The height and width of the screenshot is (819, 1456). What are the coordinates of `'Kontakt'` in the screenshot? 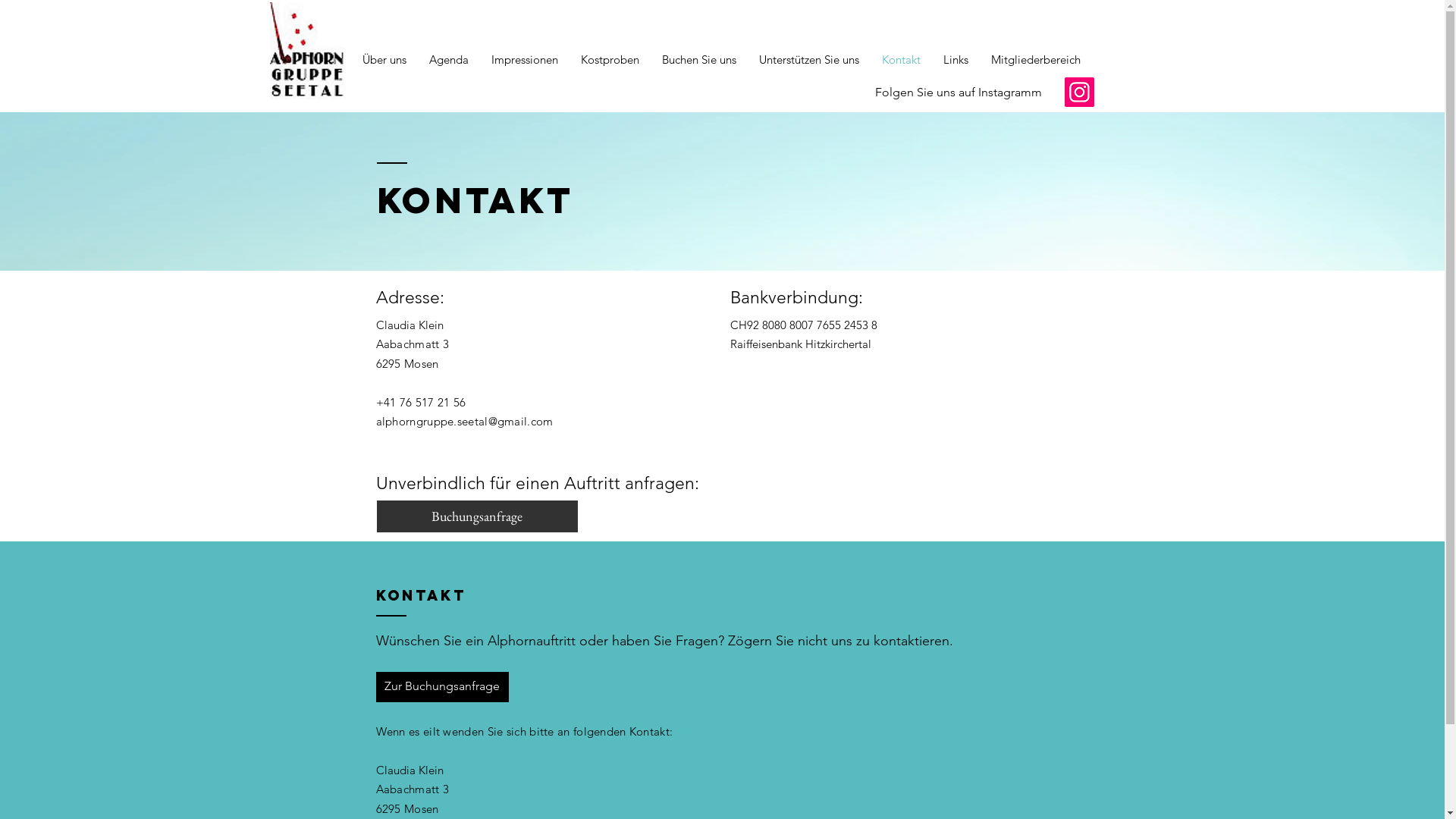 It's located at (901, 58).